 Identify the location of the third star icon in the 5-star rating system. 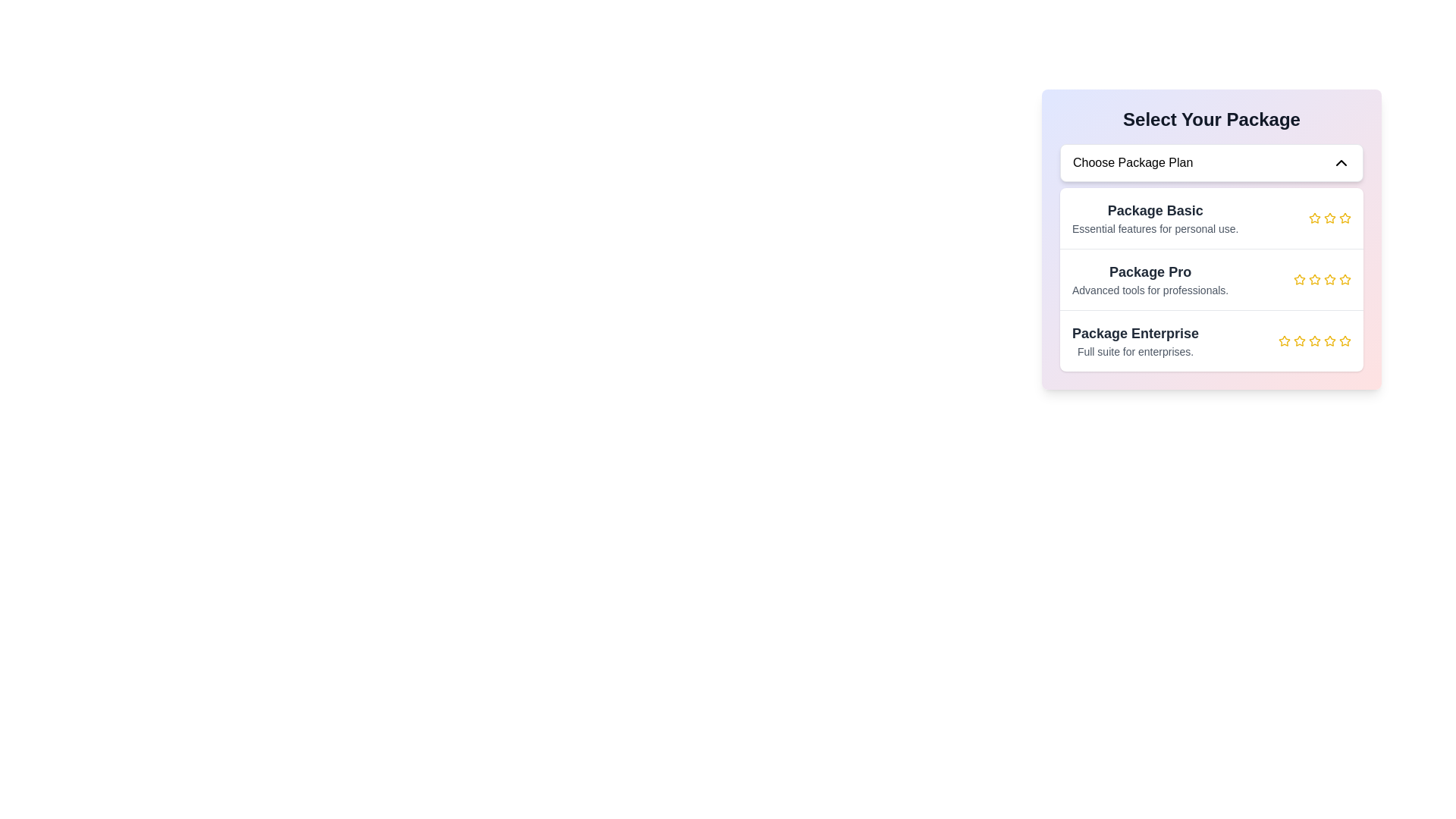
(1298, 340).